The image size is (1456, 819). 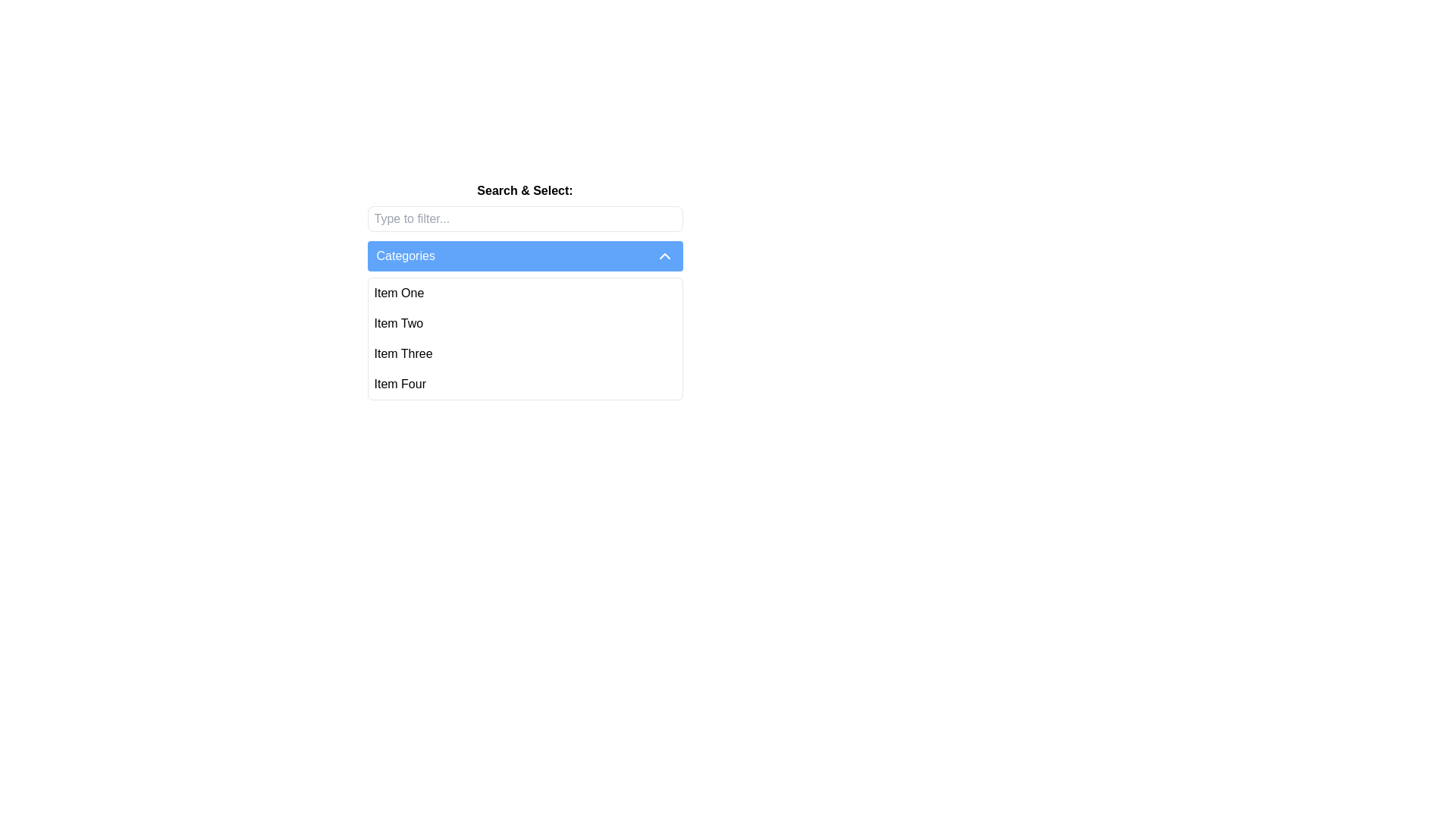 What do you see at coordinates (398, 323) in the screenshot?
I see `the second item in the dropdown menu under the 'Categories' header` at bounding box center [398, 323].